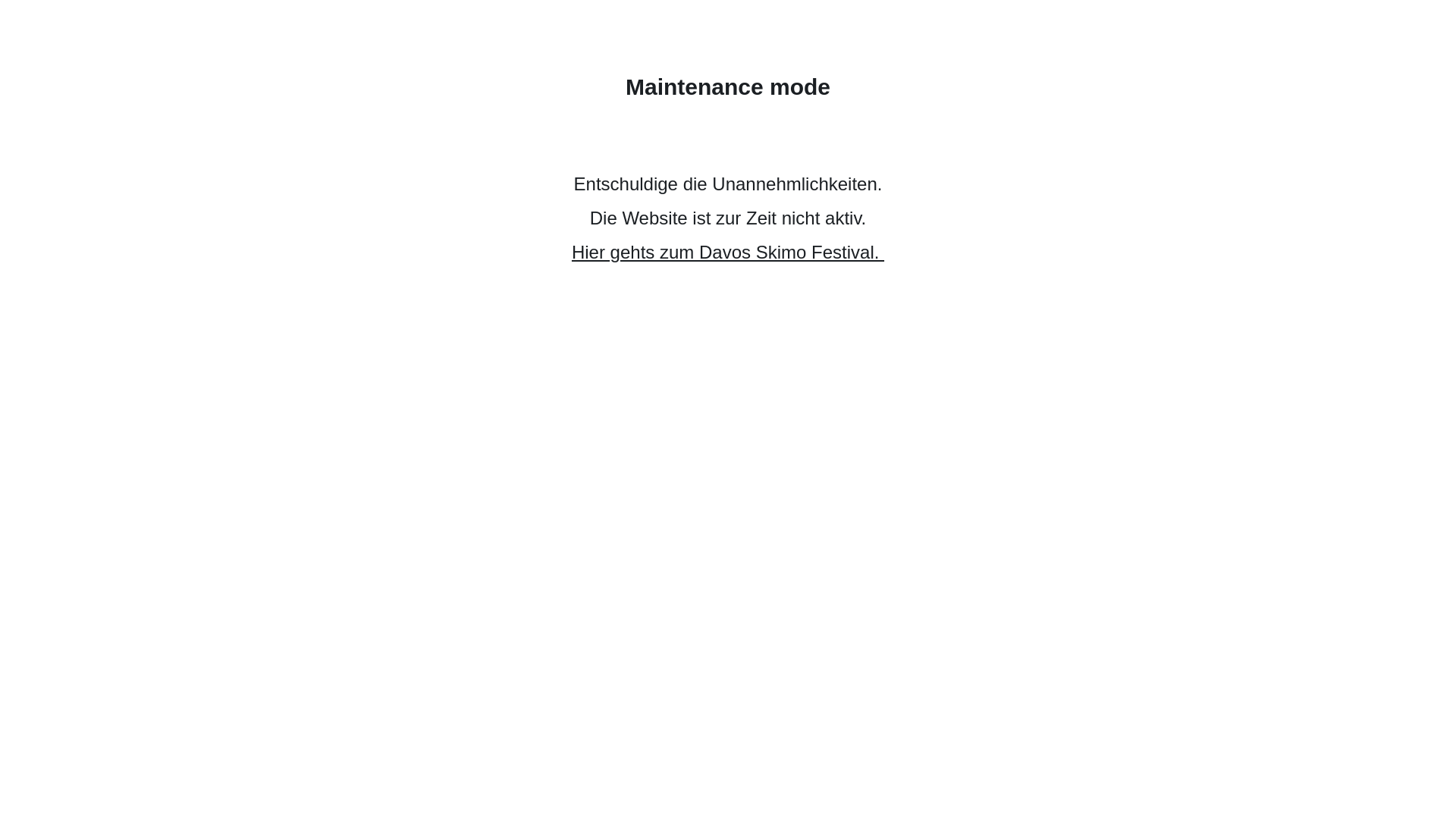 The image size is (1456, 819). I want to click on 'Hier gehts zum Davos Skimo Festival. ', so click(728, 251).